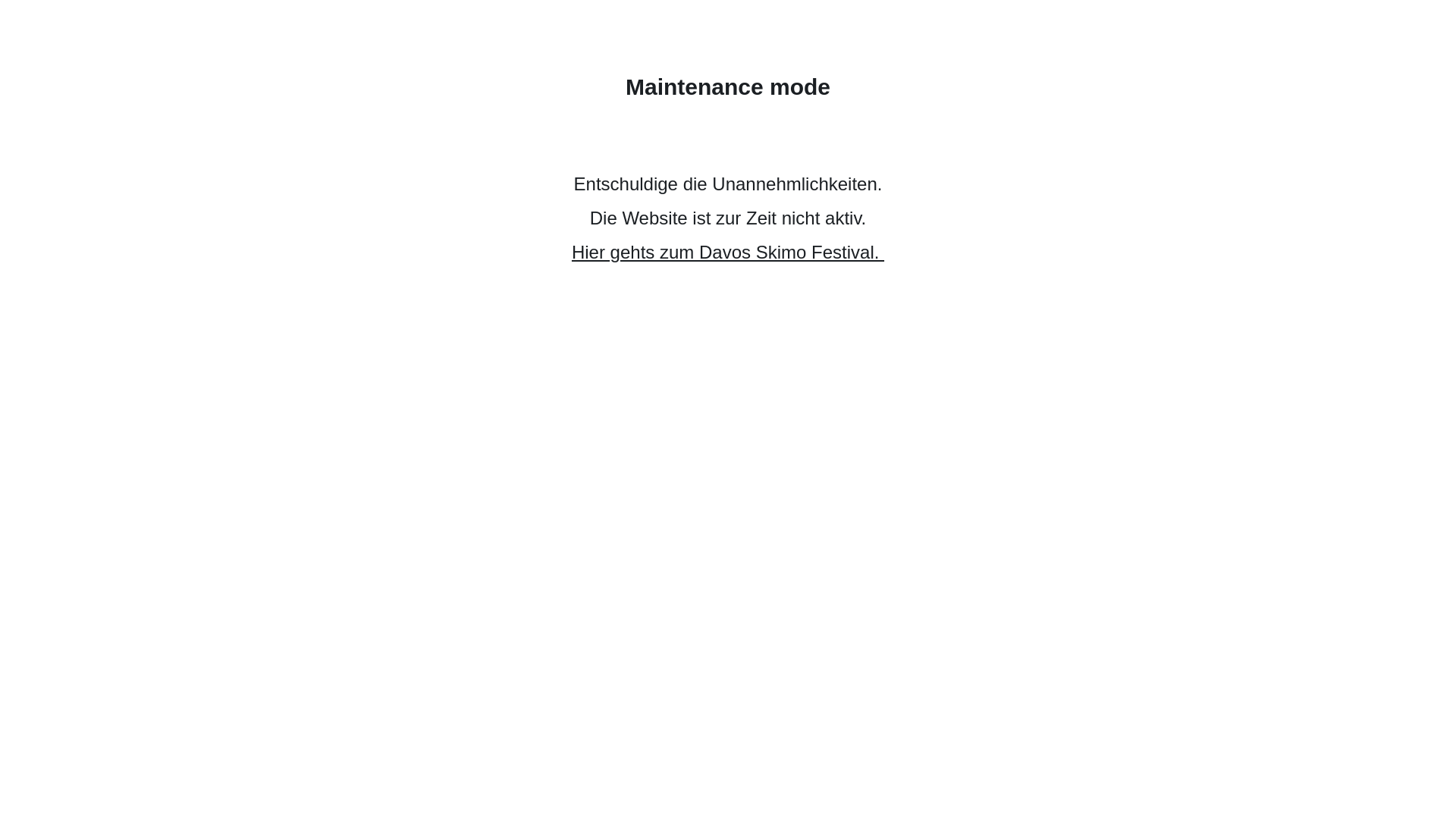 The image size is (1456, 819). I want to click on 'Hier gehts zum Davos Skimo Festival. ', so click(728, 251).